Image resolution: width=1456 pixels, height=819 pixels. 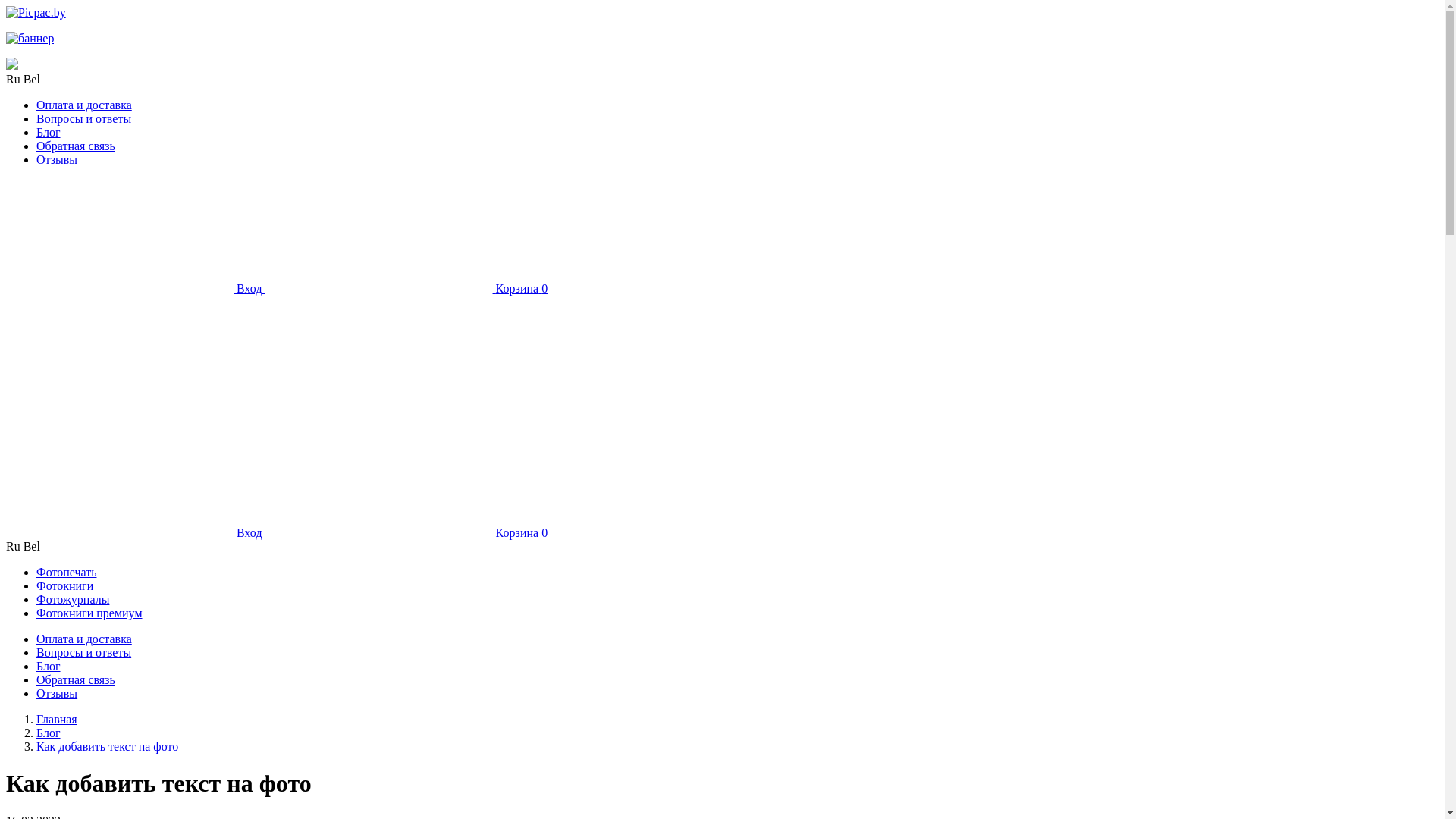 What do you see at coordinates (36, 12) in the screenshot?
I see `'Picpac.by'` at bounding box center [36, 12].